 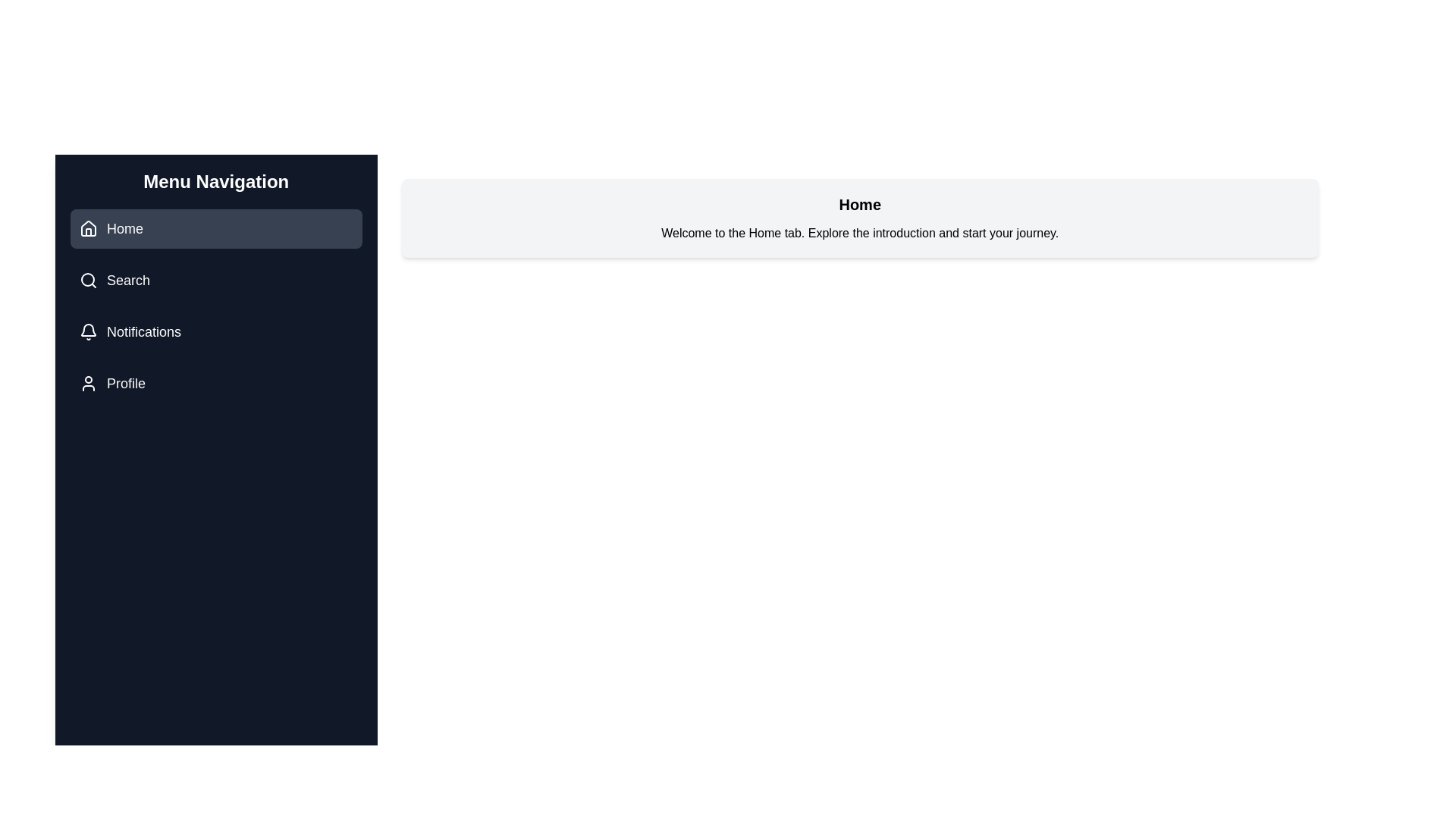 What do you see at coordinates (215, 228) in the screenshot?
I see `the tab labeled Home to view its content` at bounding box center [215, 228].